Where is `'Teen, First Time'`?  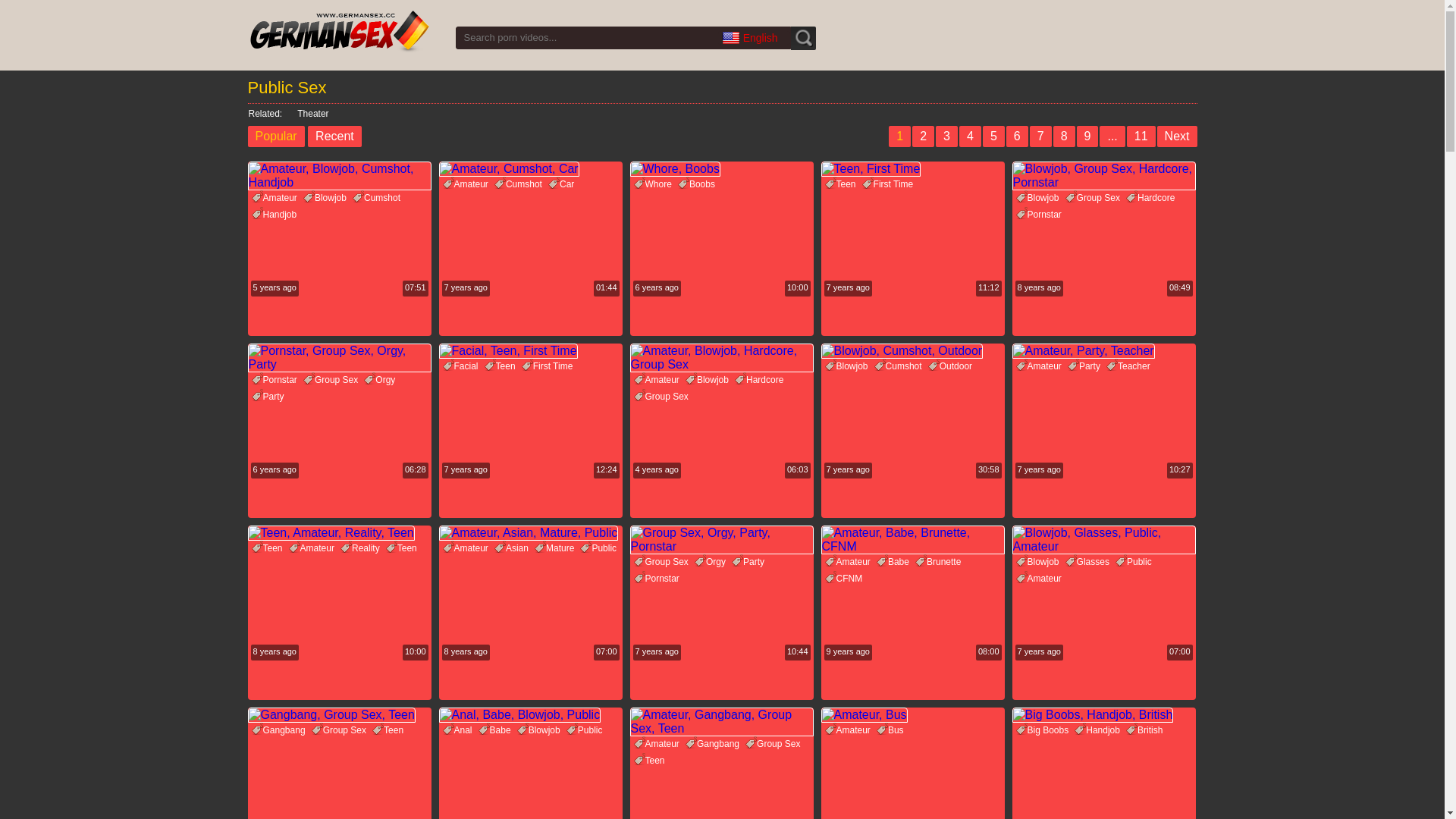
'Teen, First Time' is located at coordinates (912, 169).